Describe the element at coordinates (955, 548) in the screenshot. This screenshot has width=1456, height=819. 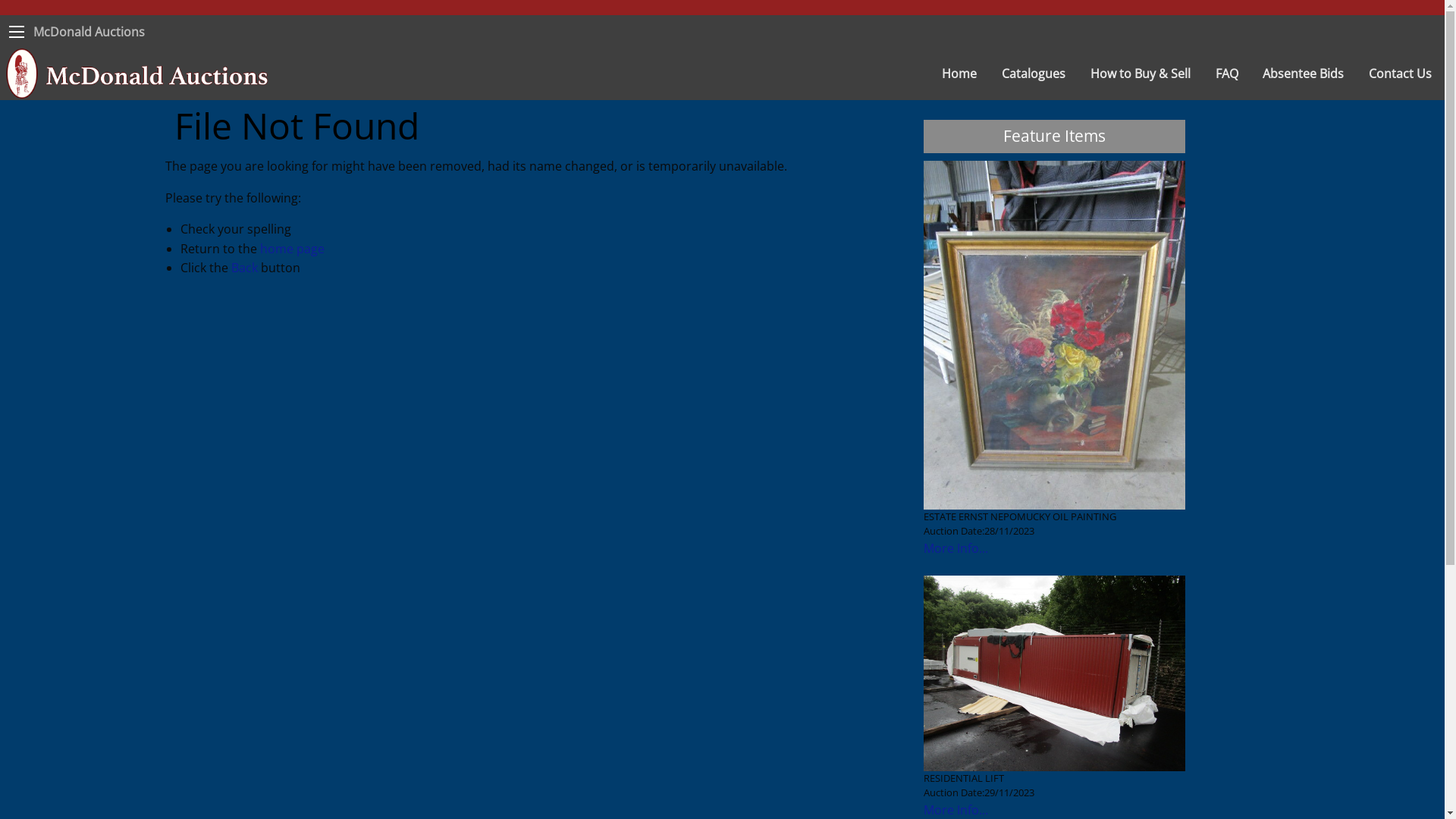
I see `'More Info...'` at that location.